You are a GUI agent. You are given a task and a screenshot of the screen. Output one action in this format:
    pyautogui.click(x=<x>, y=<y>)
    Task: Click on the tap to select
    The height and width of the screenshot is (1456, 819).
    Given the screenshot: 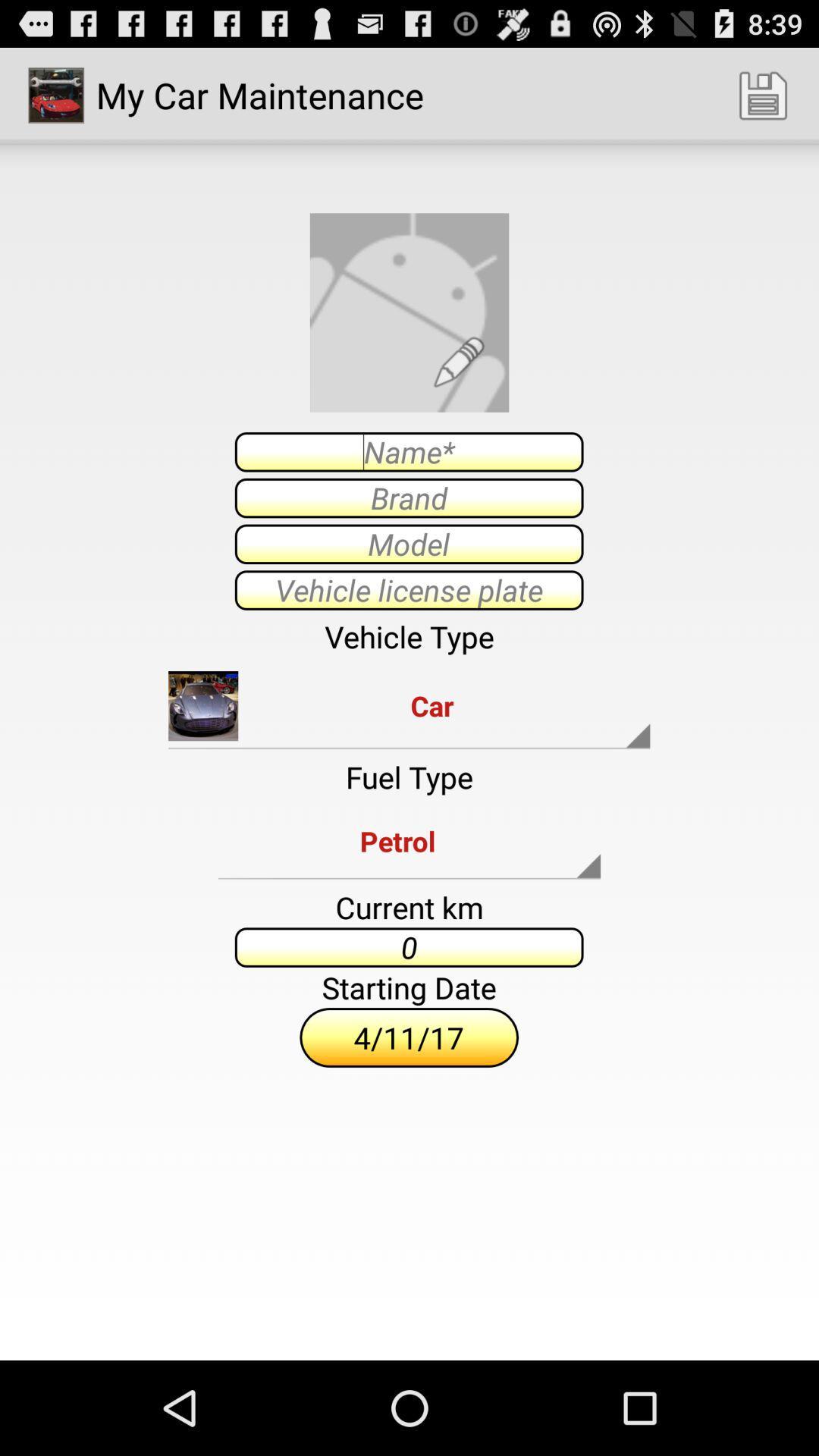 What is the action you would take?
    pyautogui.click(x=408, y=544)
    